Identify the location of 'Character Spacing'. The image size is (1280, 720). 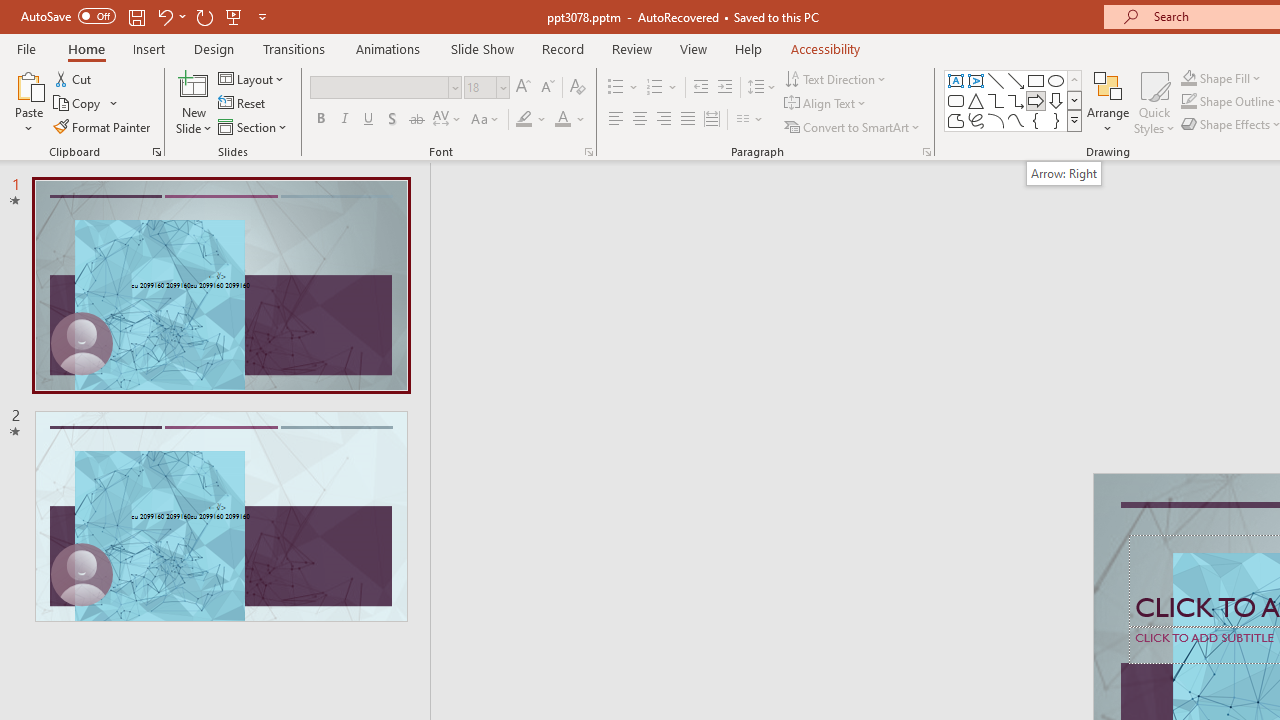
(447, 119).